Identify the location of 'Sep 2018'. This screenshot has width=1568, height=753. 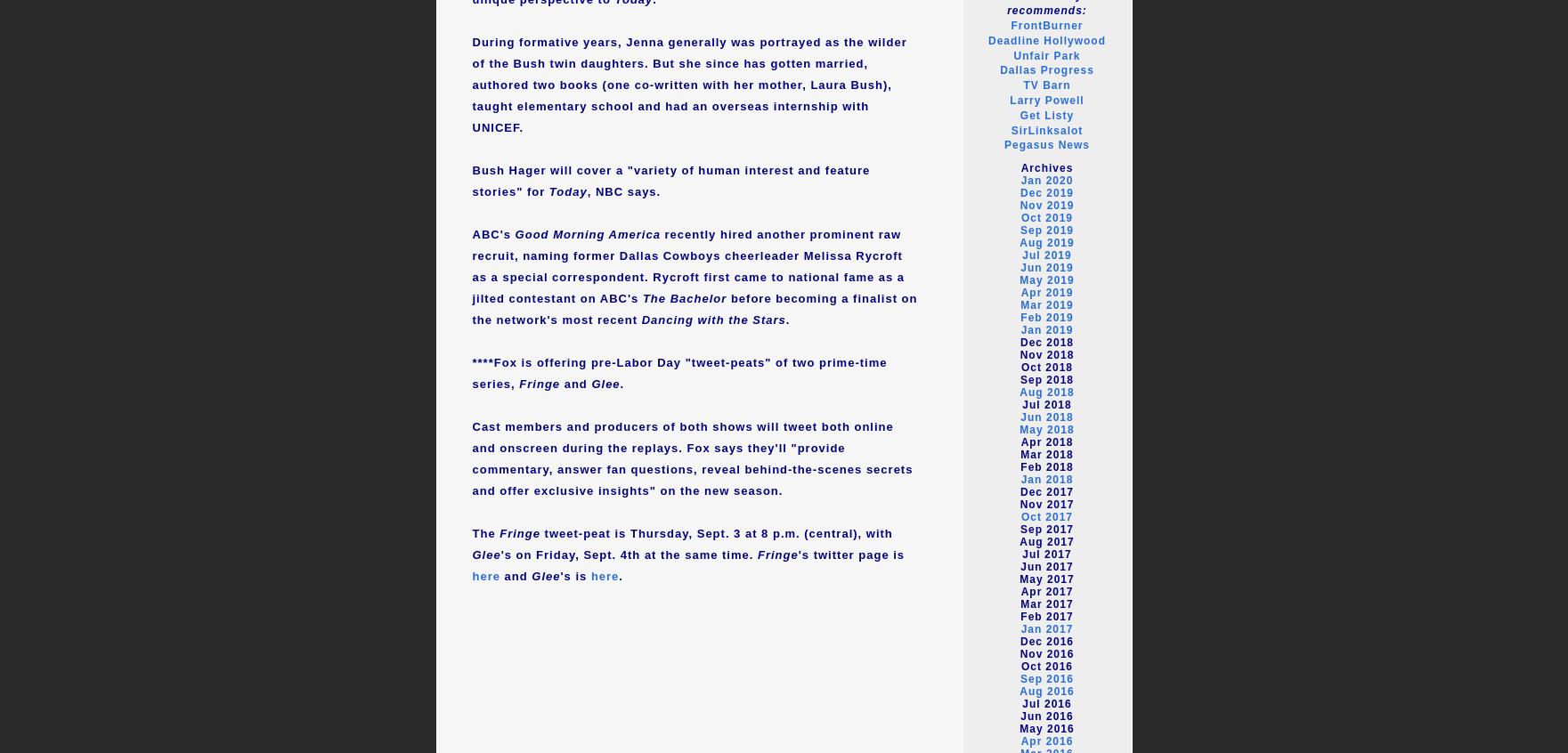
(1019, 378).